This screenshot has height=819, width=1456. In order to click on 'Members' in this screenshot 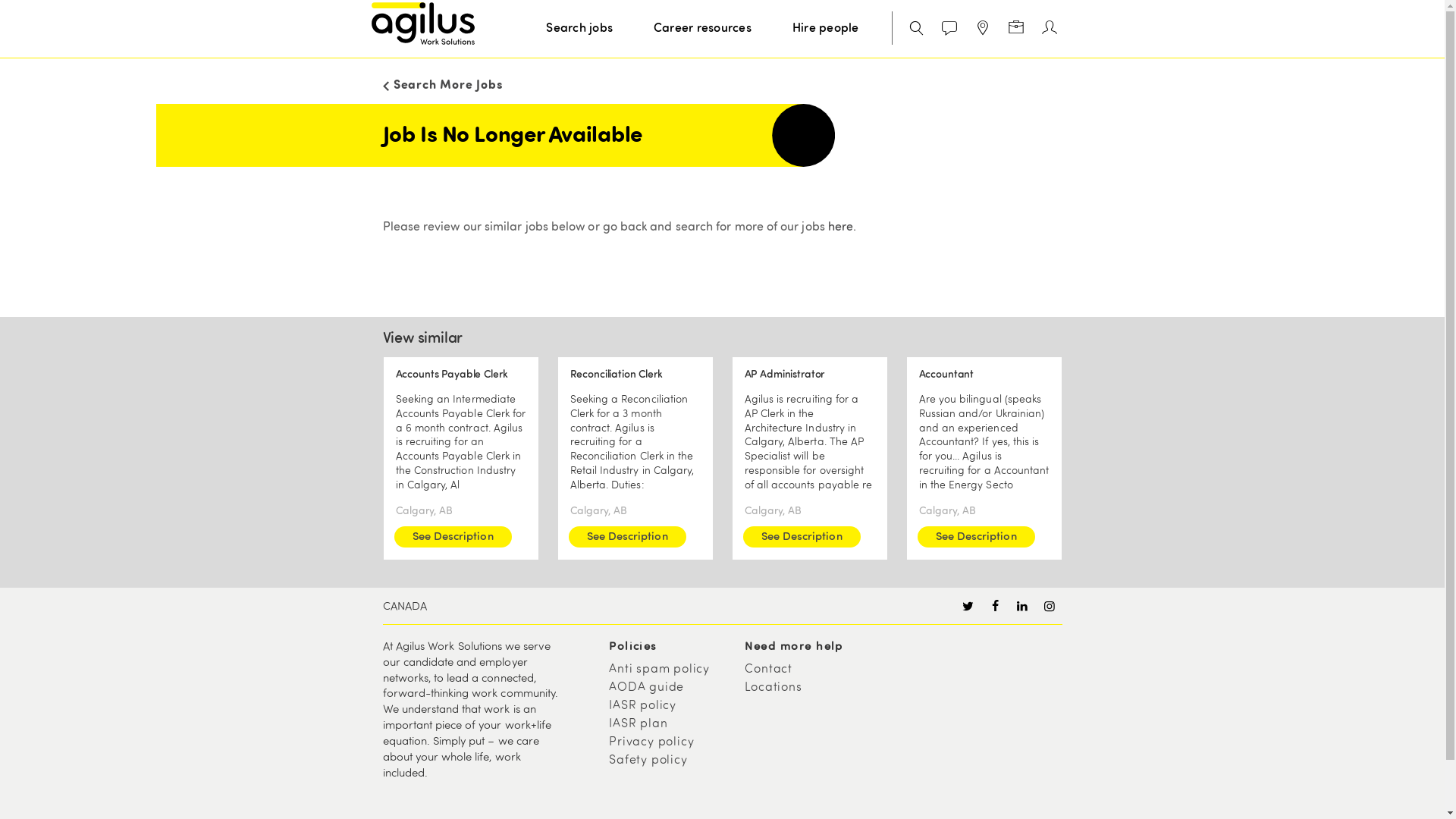, I will do `click(1048, 29)`.